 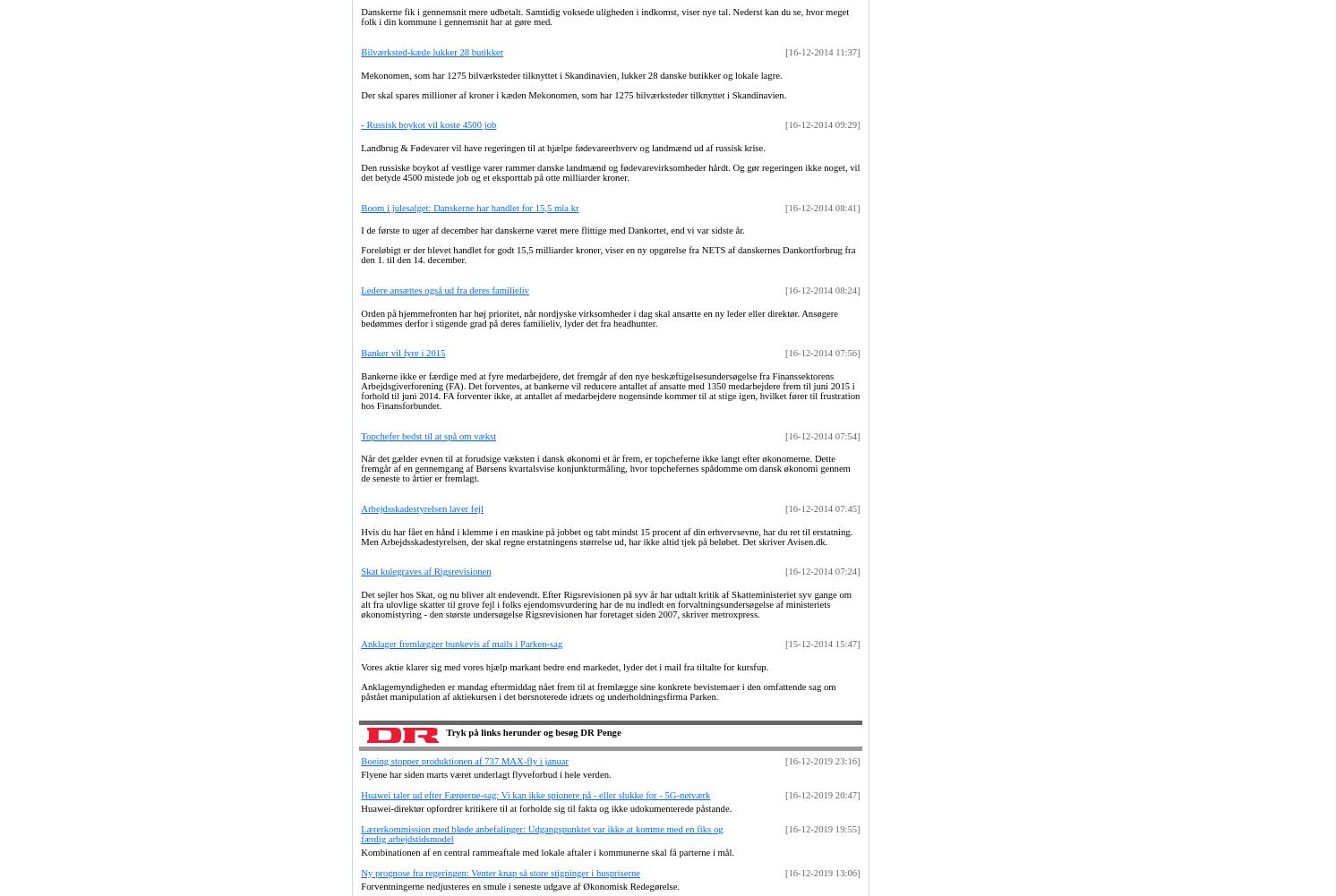 I want to click on '[16-12-2019 23:16]', so click(x=822, y=759).